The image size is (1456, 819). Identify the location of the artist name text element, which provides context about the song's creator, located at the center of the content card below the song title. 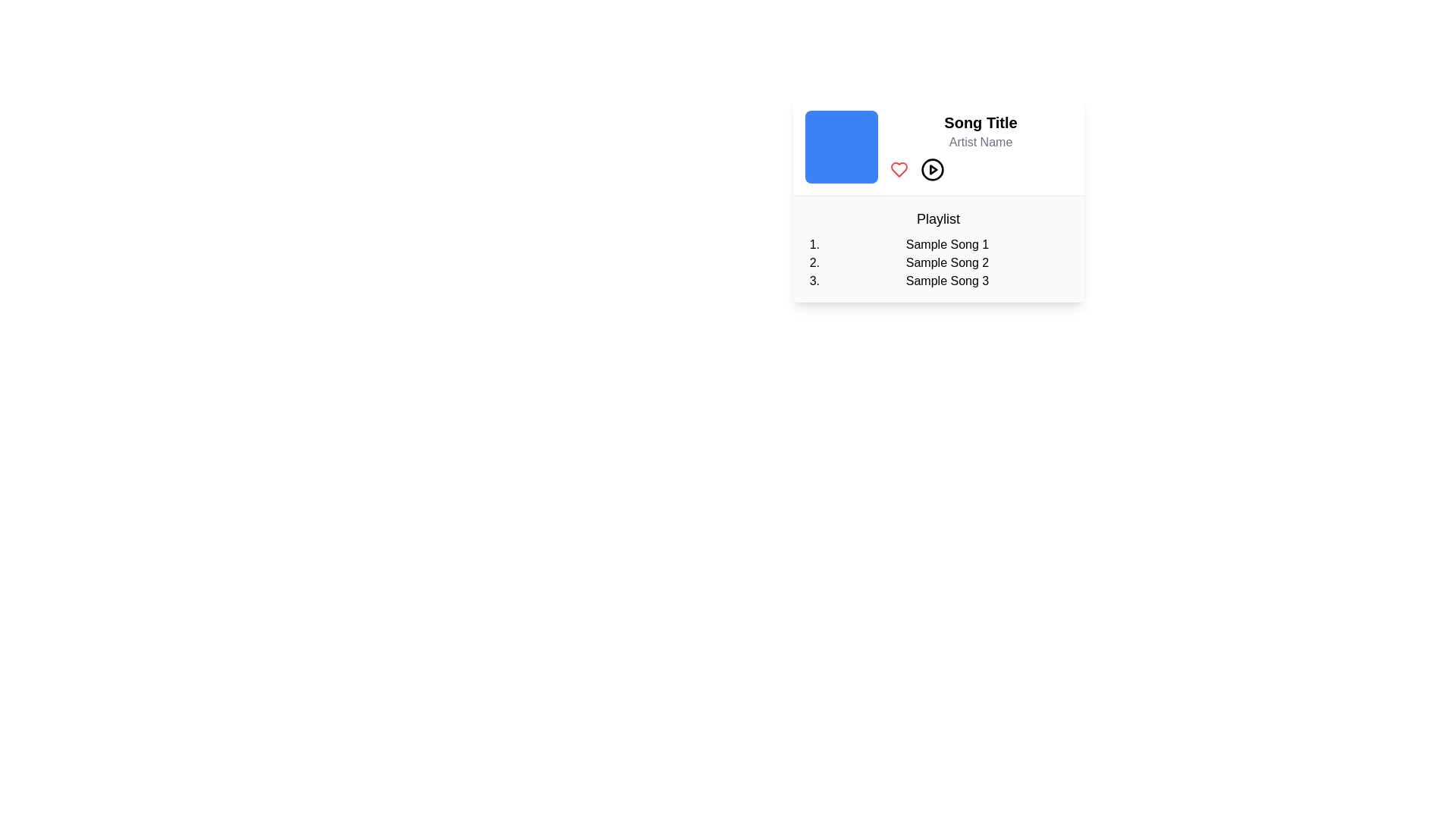
(981, 143).